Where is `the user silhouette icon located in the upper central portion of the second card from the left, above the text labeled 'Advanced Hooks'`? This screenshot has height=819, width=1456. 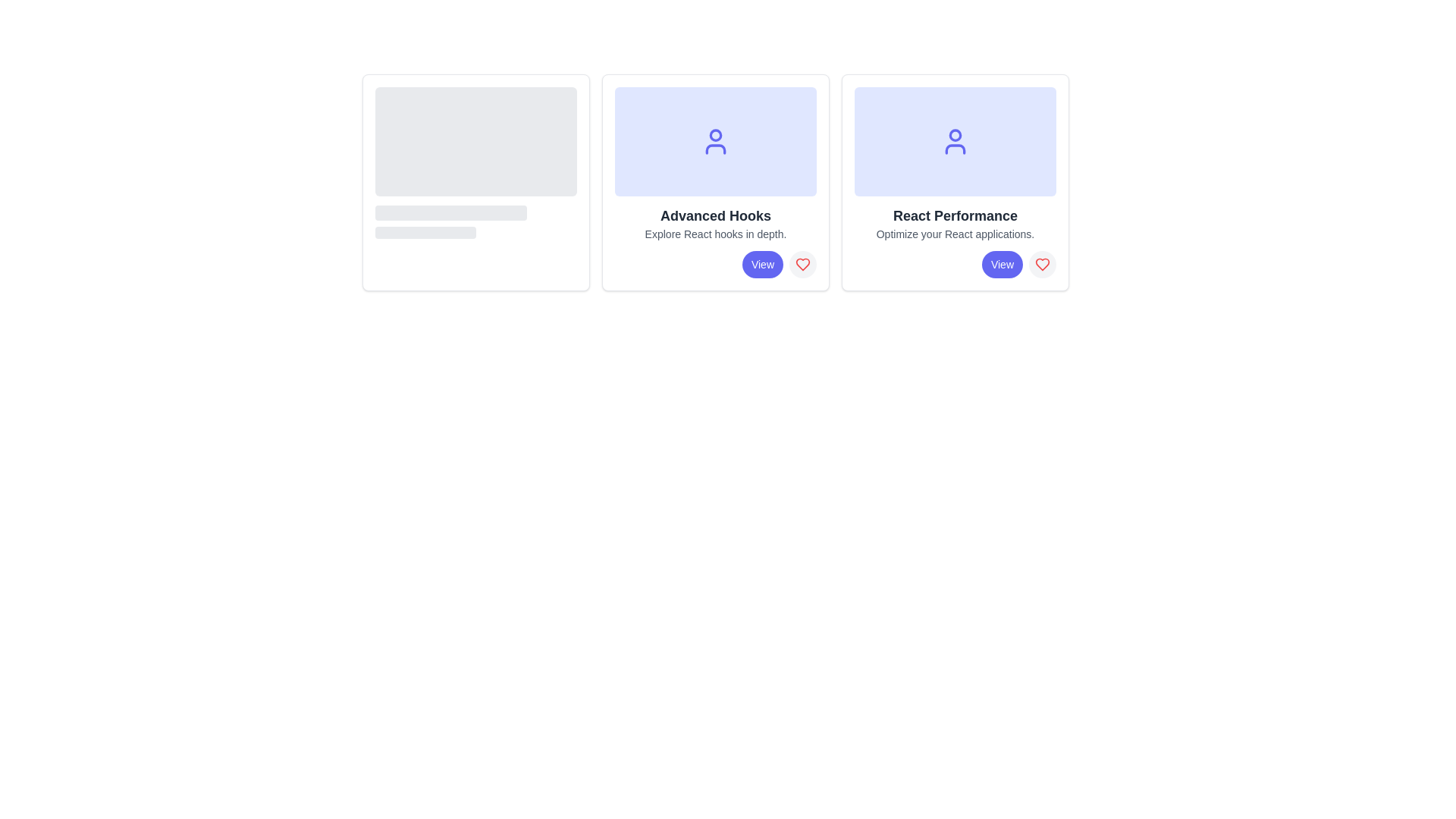 the user silhouette icon located in the upper central portion of the second card from the left, above the text labeled 'Advanced Hooks' is located at coordinates (715, 141).